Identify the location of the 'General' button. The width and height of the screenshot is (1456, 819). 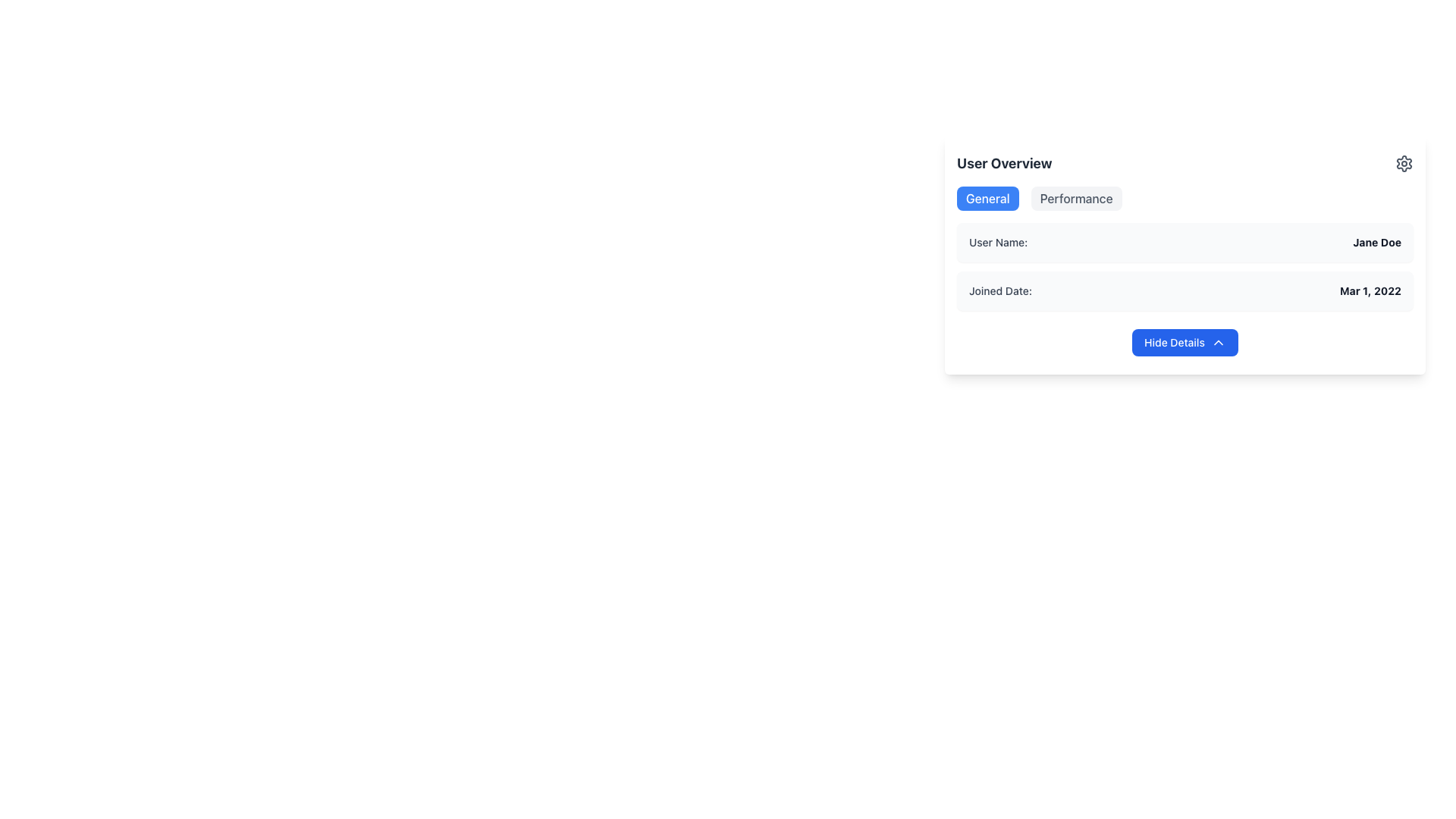
(987, 198).